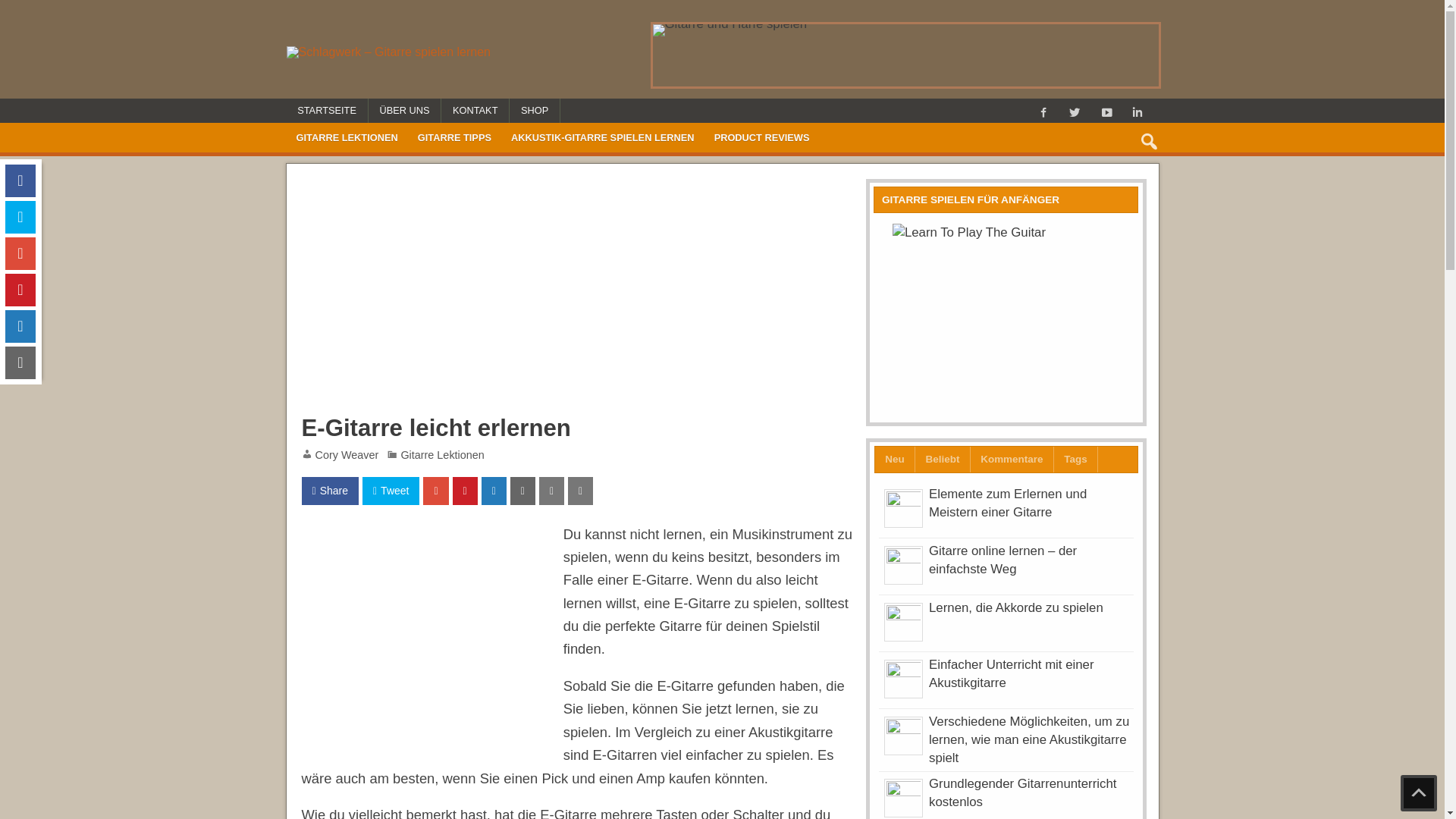  What do you see at coordinates (453, 137) in the screenshot?
I see `'GITARRE TIPPS'` at bounding box center [453, 137].